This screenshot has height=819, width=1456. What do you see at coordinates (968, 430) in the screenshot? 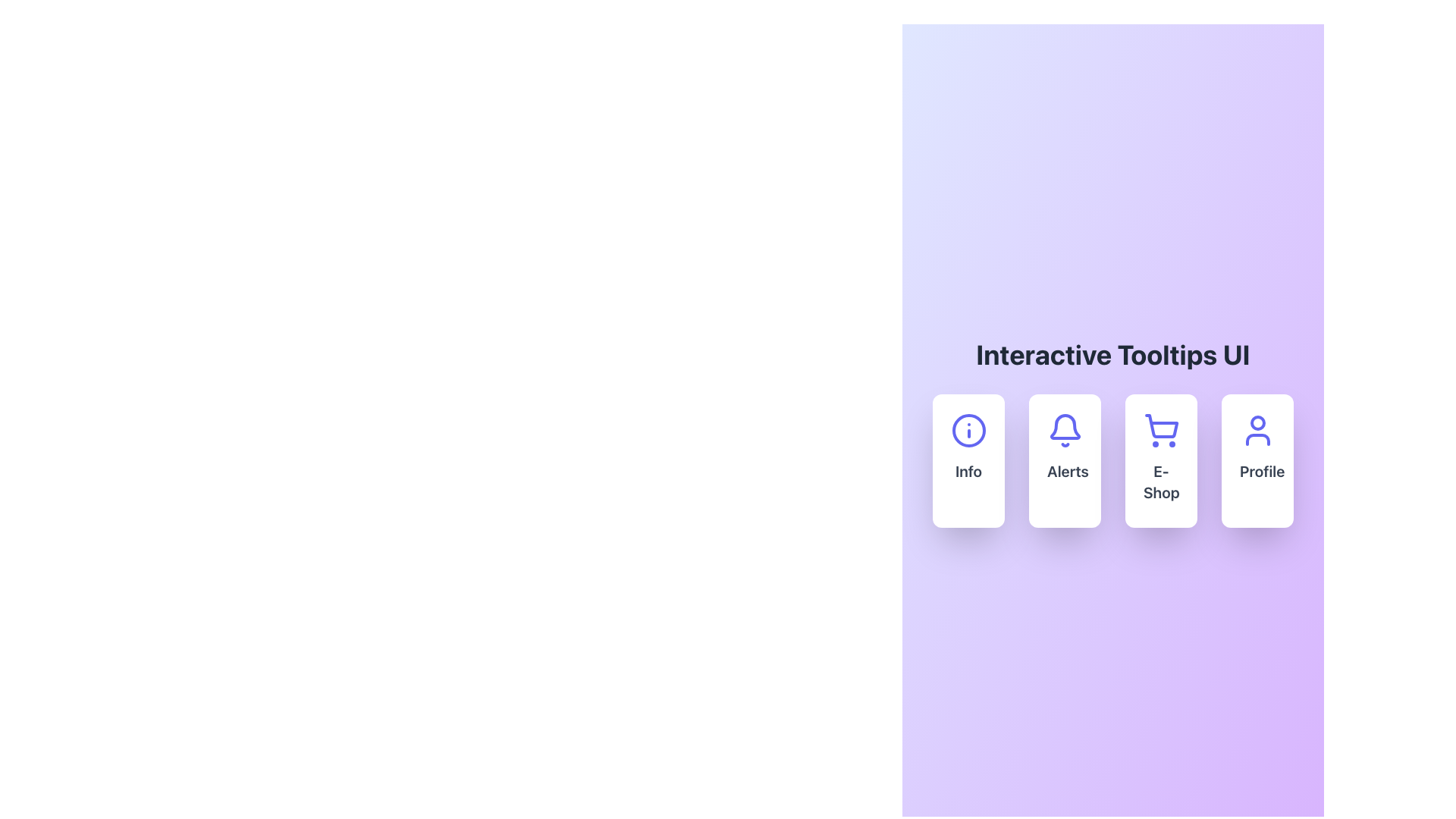
I see `the 'i' icon enclosed within a circular border` at bounding box center [968, 430].